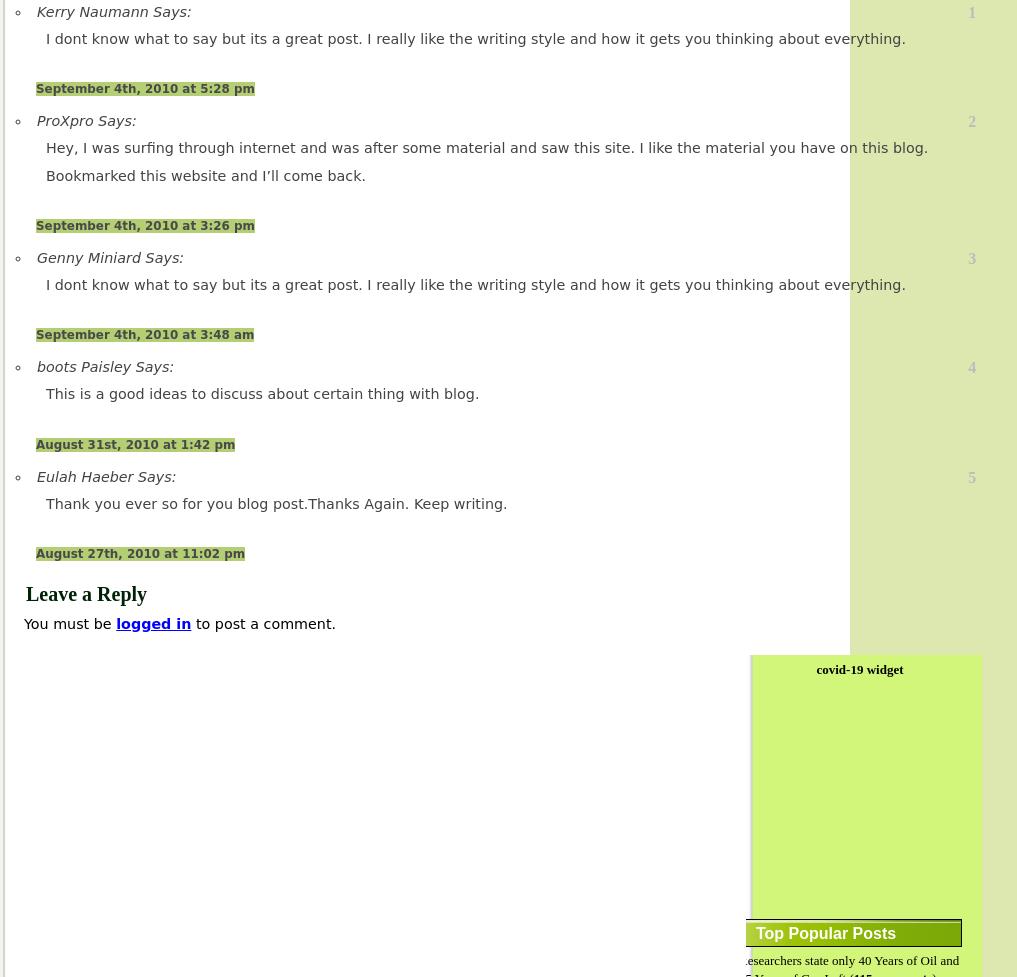 The height and width of the screenshot is (977, 1017). I want to click on 'logged in', so click(152, 623).